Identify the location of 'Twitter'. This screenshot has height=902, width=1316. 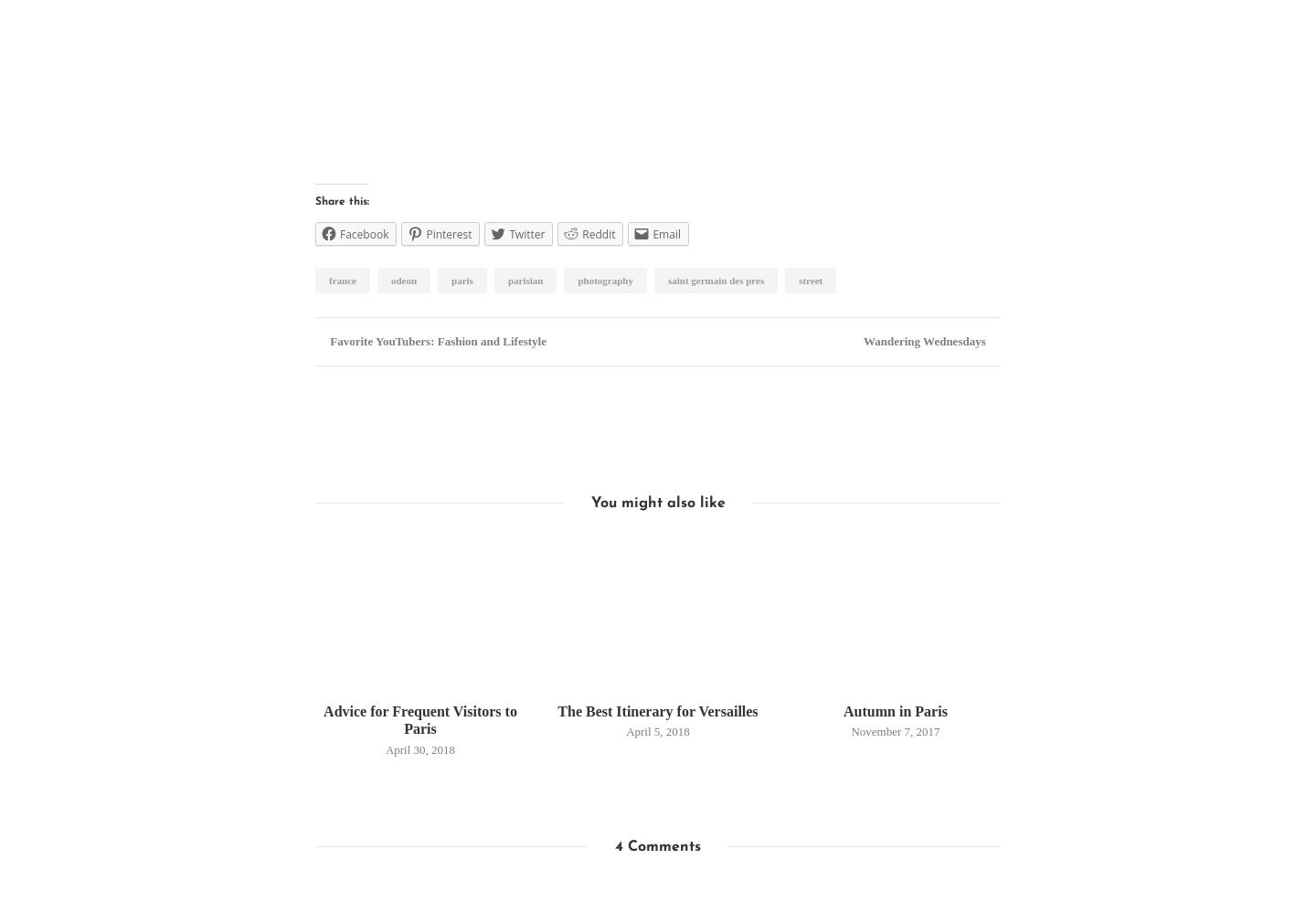
(526, 234).